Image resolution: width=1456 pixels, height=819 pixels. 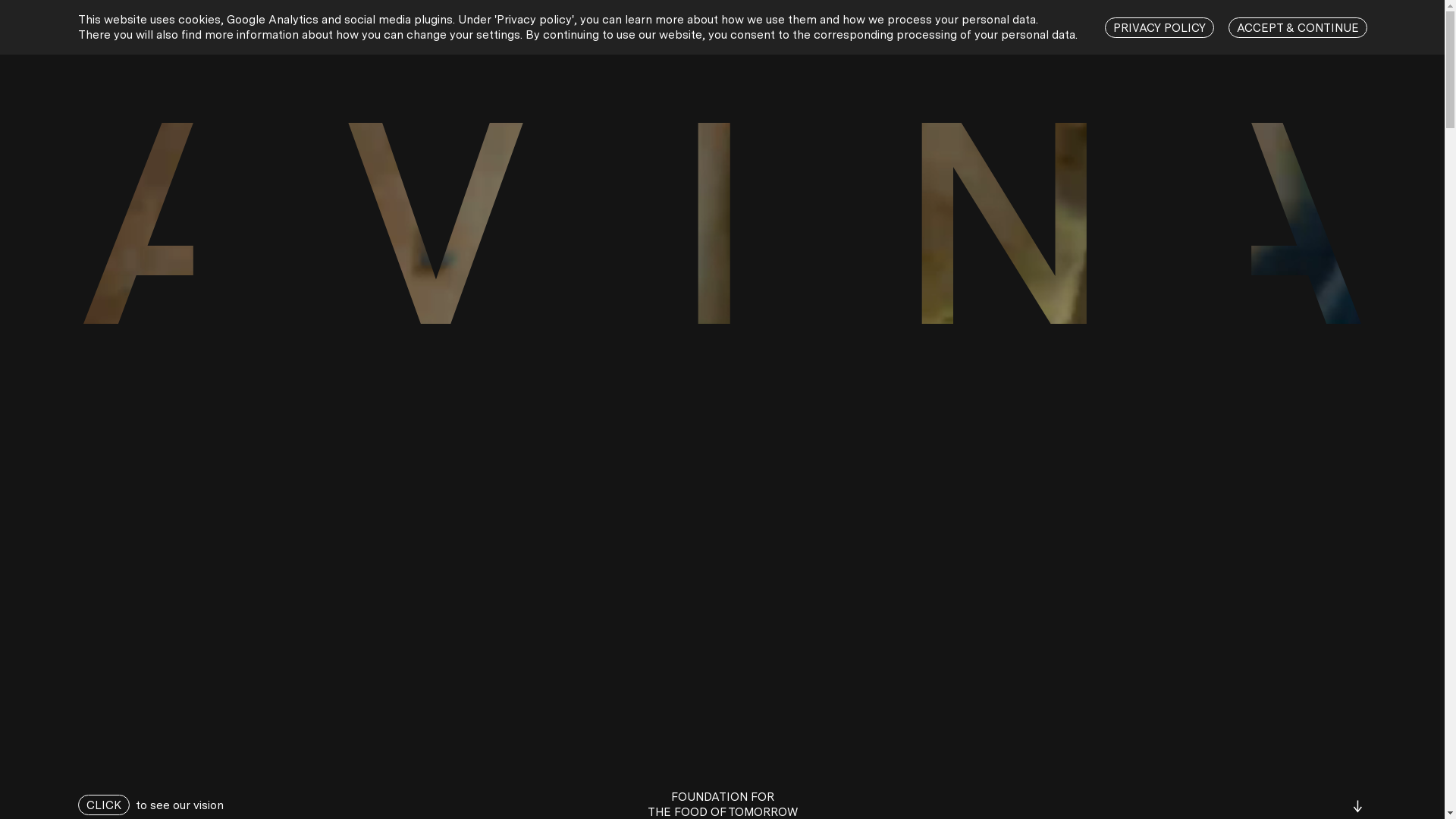 I want to click on 'ACCEPT & CONTINUE', so click(x=1297, y=27).